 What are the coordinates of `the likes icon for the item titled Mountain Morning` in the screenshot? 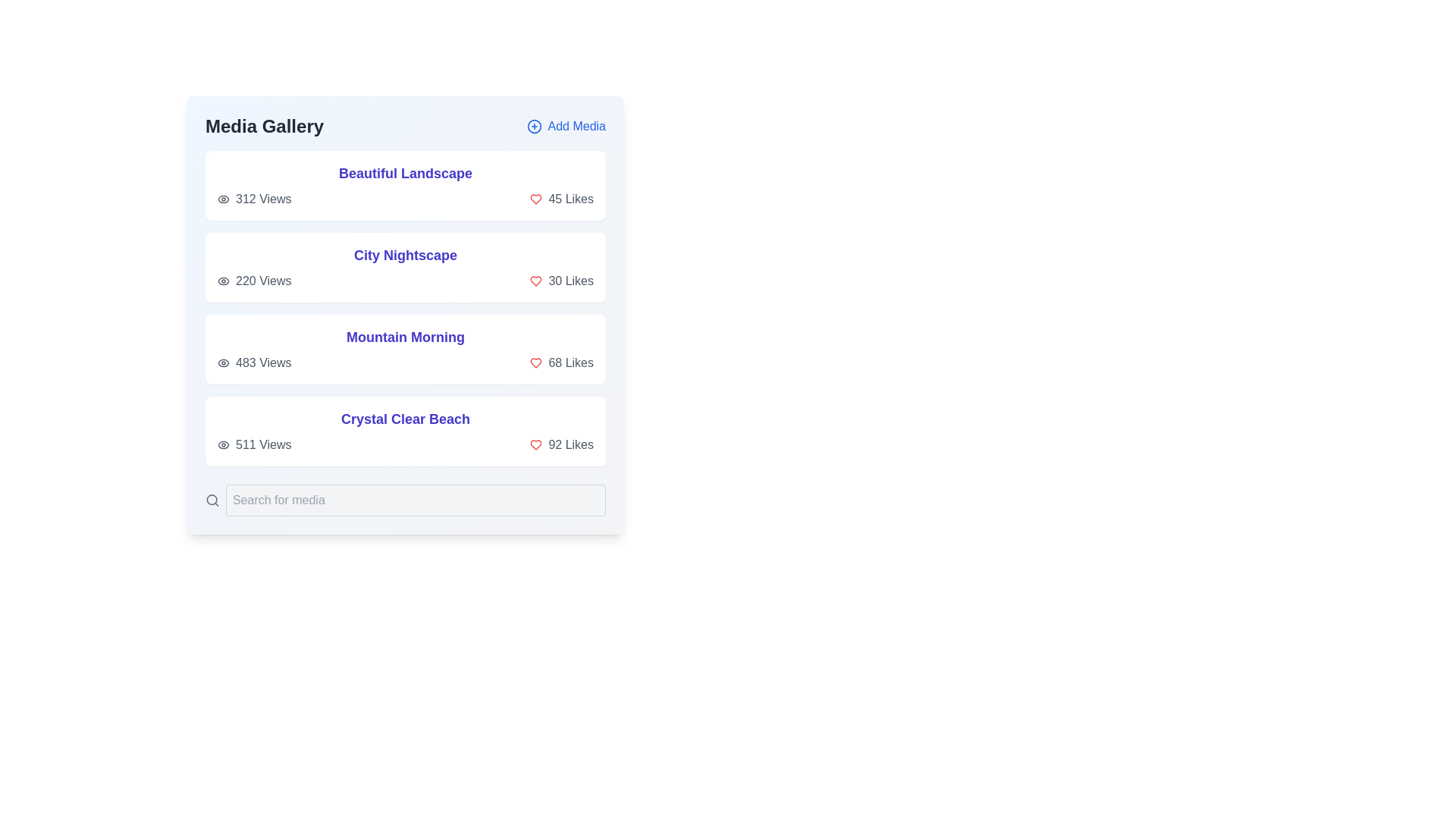 It's located at (535, 362).